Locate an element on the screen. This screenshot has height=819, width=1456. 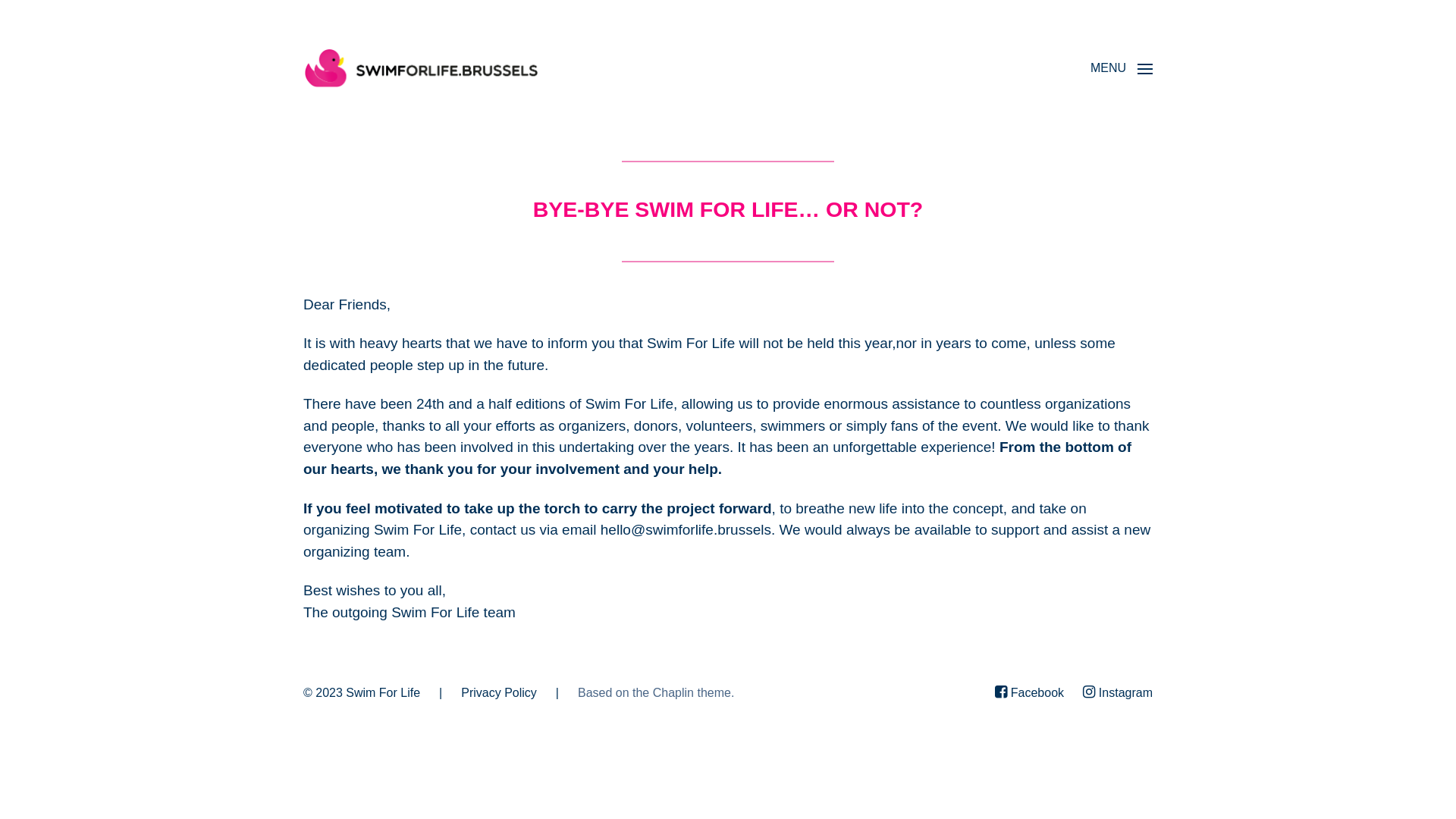
'Instagram' is located at coordinates (1082, 693).